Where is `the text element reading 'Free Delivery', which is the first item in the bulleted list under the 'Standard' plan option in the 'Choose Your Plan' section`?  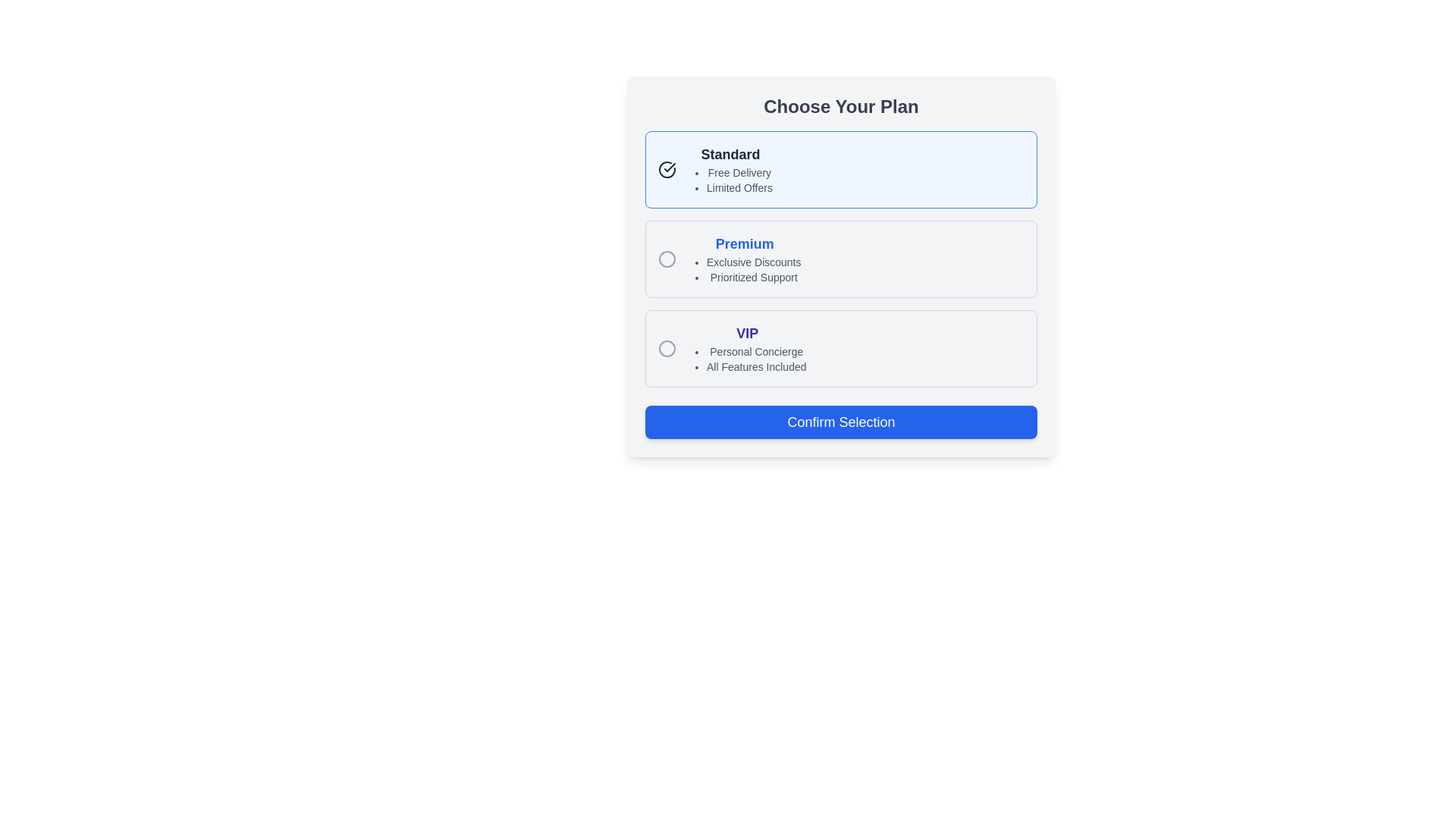 the text element reading 'Free Delivery', which is the first item in the bulleted list under the 'Standard' plan option in the 'Choose Your Plan' section is located at coordinates (739, 171).